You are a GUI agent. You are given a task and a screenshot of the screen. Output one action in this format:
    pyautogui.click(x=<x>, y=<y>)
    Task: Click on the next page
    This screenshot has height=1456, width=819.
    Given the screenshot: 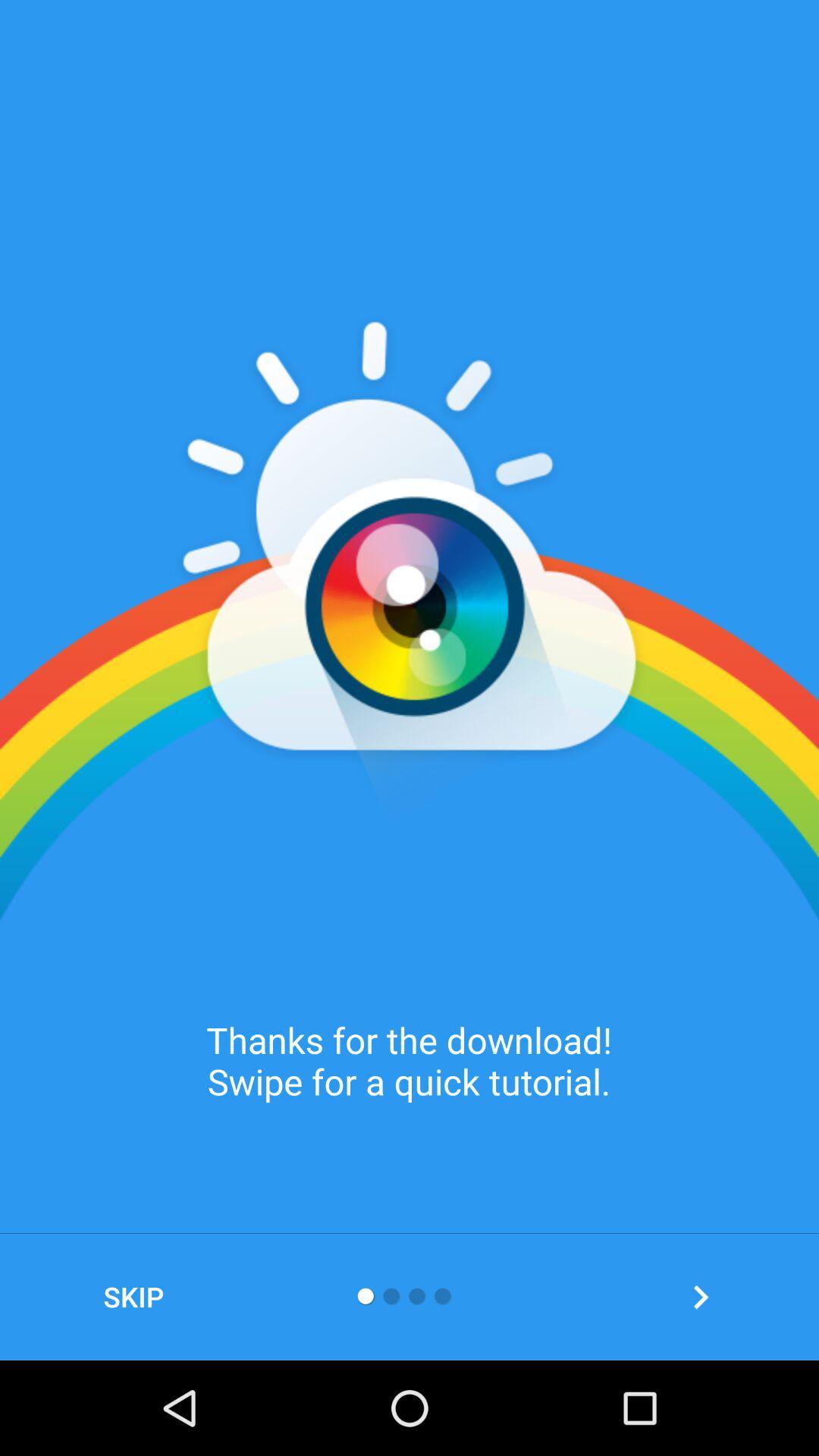 What is the action you would take?
    pyautogui.click(x=701, y=1296)
    